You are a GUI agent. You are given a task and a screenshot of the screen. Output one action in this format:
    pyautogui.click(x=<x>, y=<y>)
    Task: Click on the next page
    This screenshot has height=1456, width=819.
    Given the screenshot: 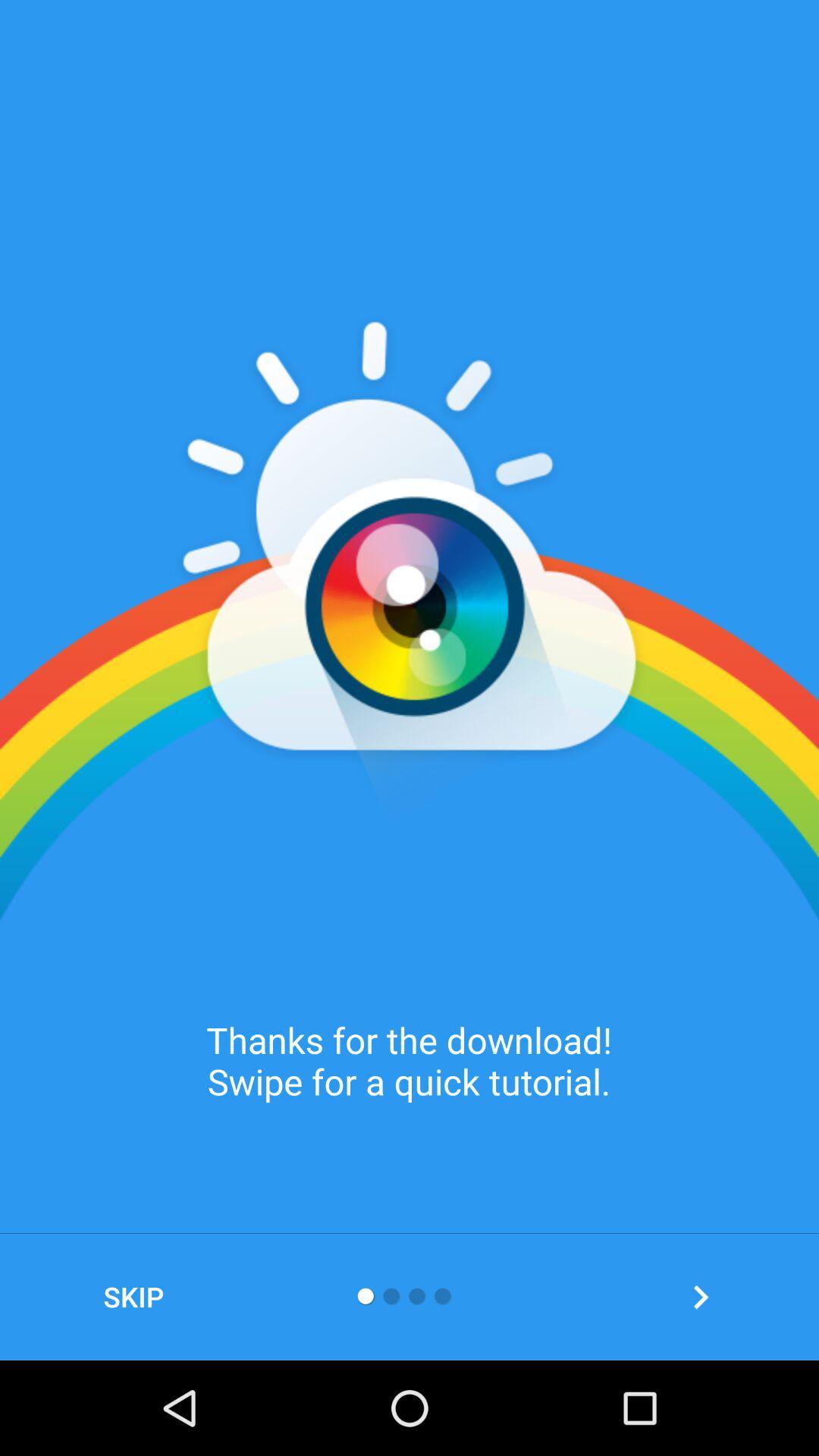 What is the action you would take?
    pyautogui.click(x=701, y=1296)
    